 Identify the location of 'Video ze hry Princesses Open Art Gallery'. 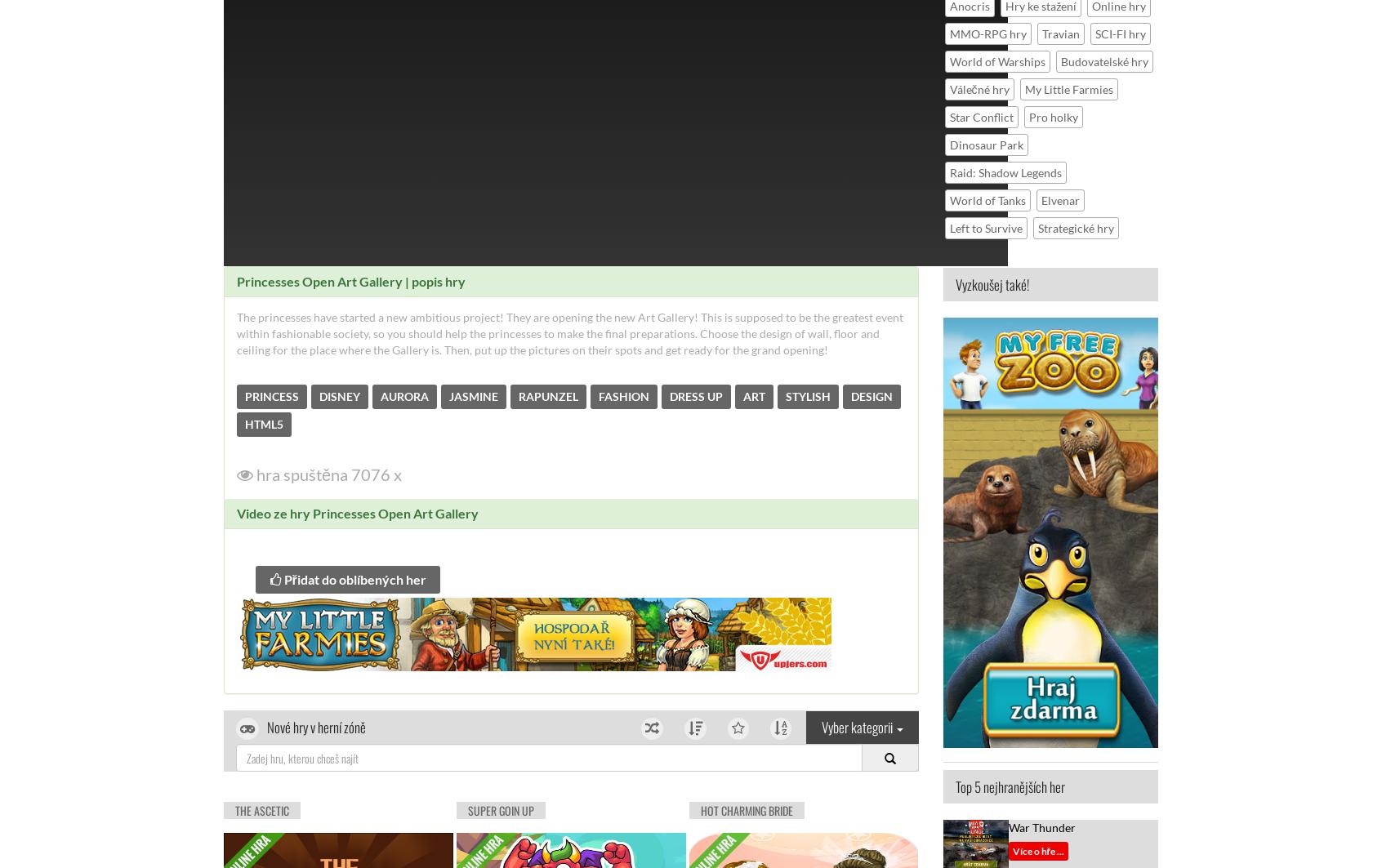
(357, 511).